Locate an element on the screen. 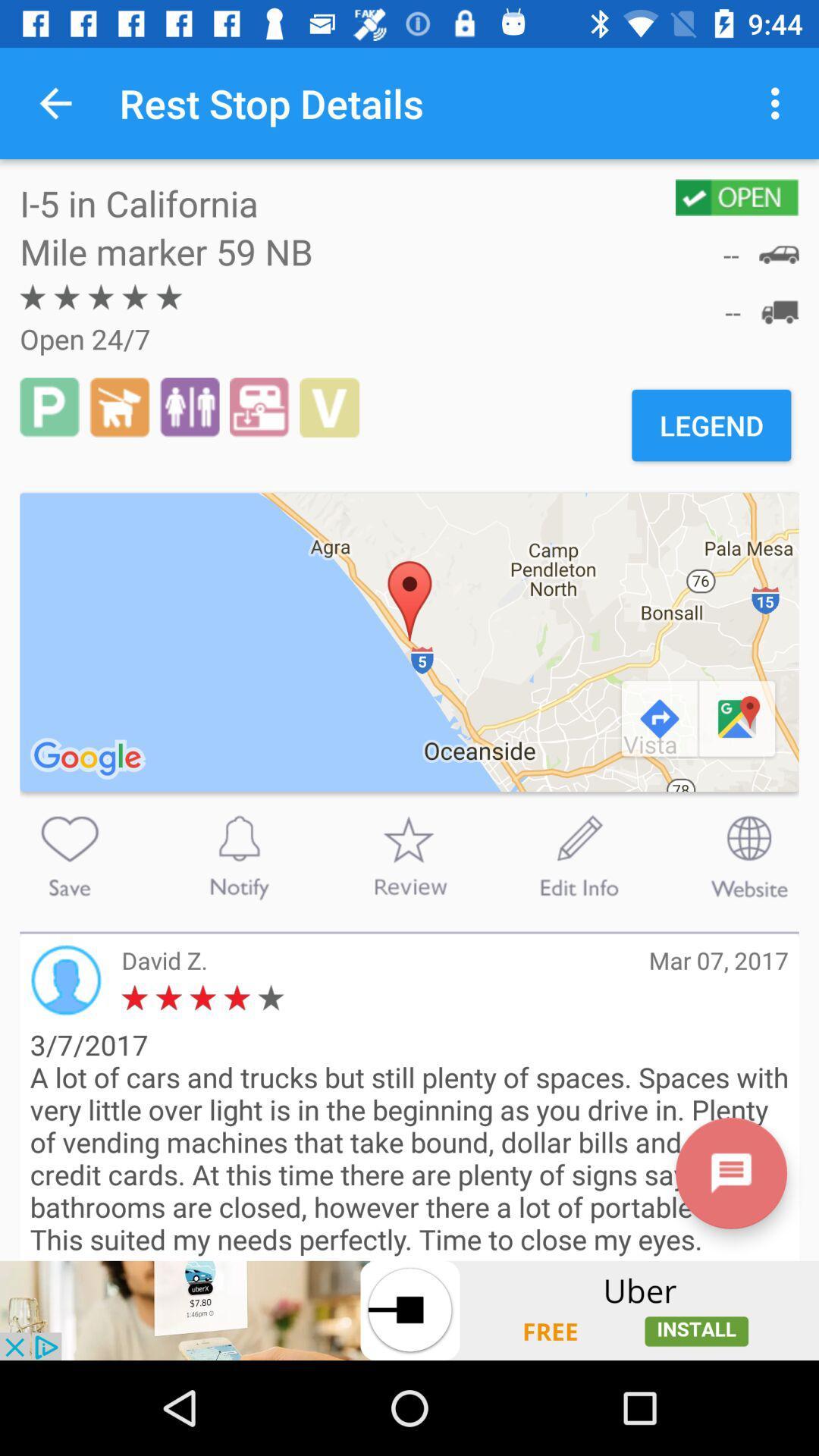 This screenshot has width=819, height=1456. advertisement page is located at coordinates (409, 1310).